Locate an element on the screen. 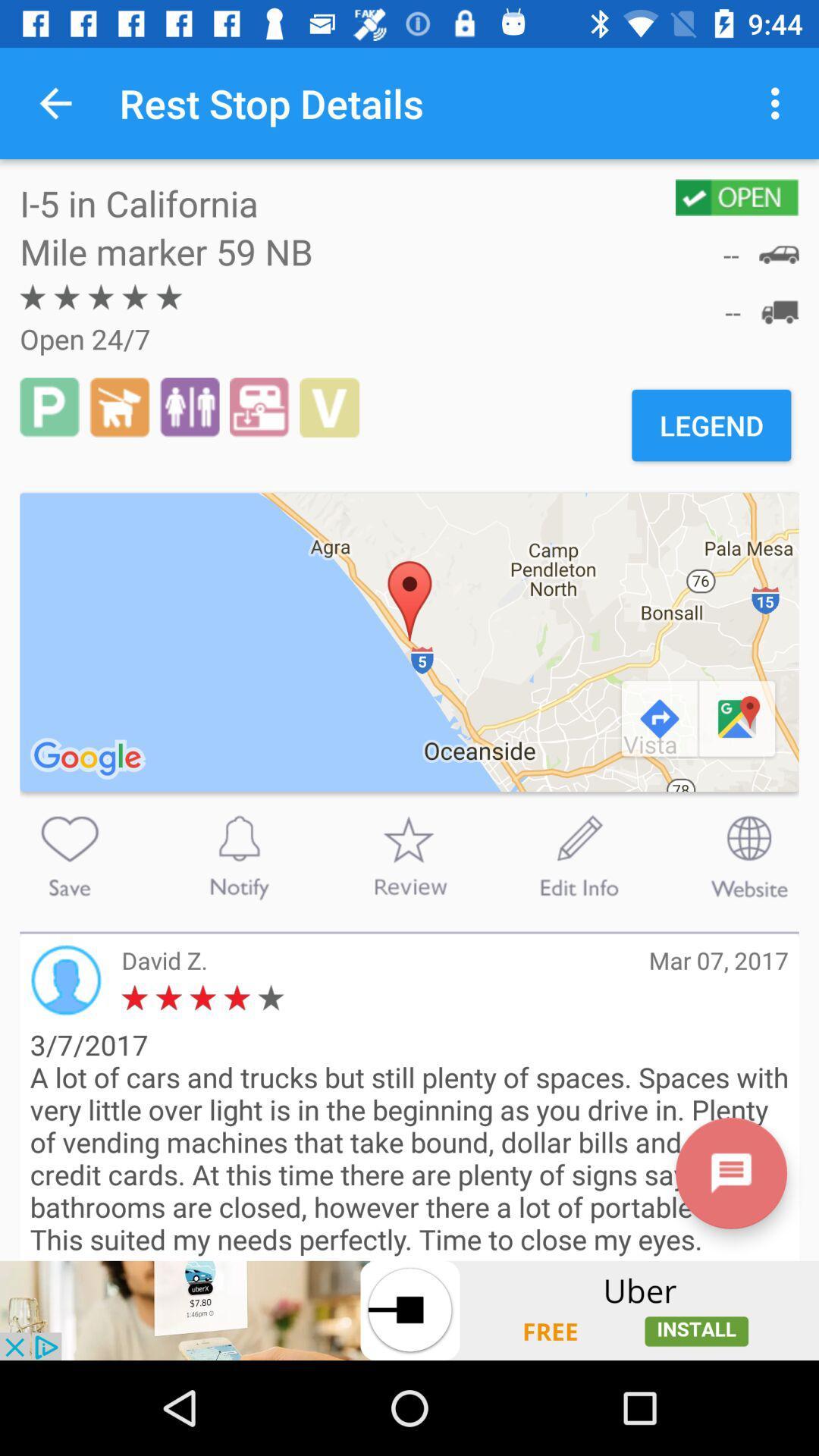 This screenshot has width=819, height=1456. advertisement page is located at coordinates (409, 1310).